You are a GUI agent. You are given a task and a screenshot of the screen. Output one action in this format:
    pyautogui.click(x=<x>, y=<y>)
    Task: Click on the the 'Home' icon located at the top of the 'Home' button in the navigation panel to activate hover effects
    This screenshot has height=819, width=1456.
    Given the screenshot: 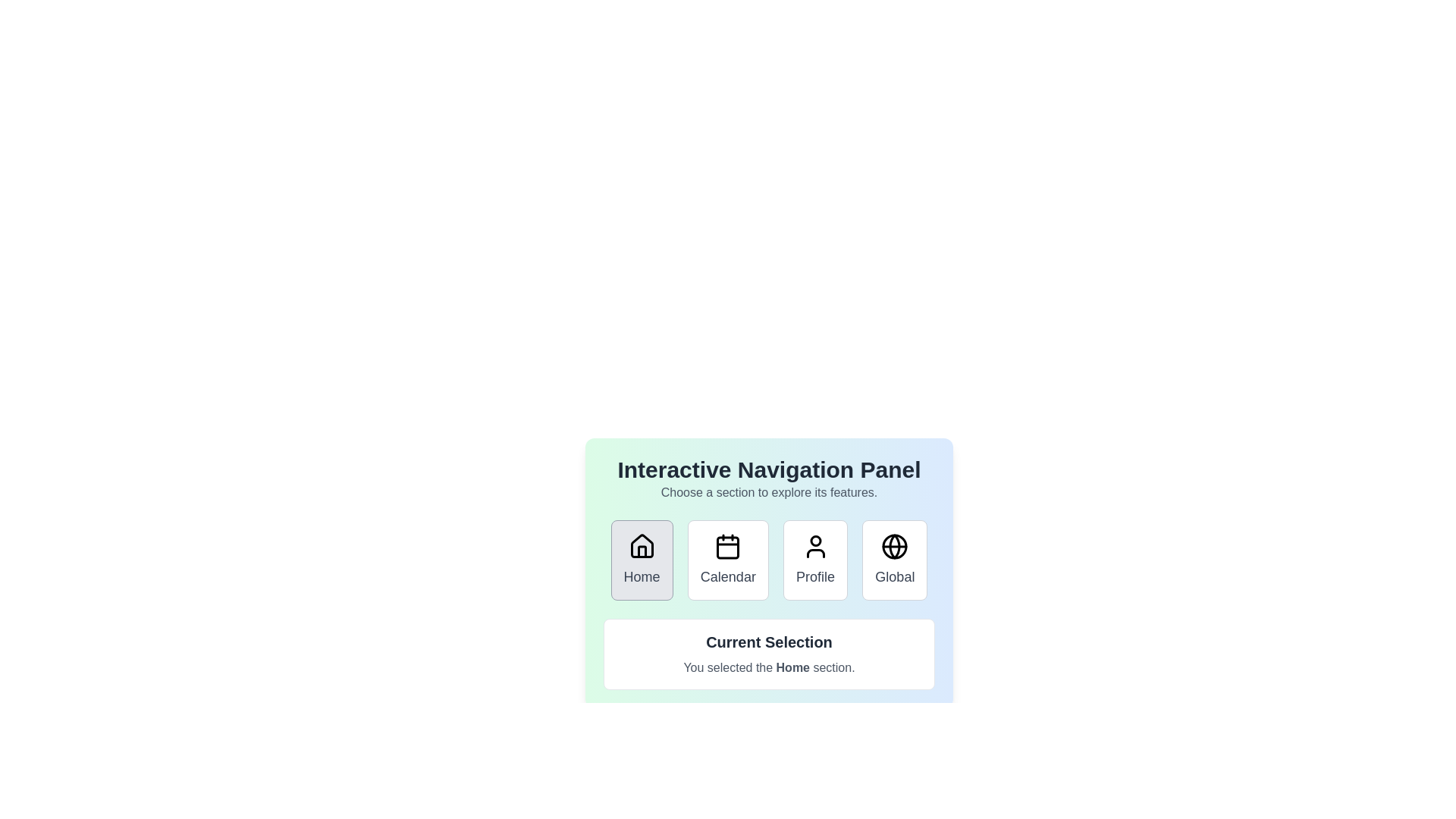 What is the action you would take?
    pyautogui.click(x=642, y=547)
    